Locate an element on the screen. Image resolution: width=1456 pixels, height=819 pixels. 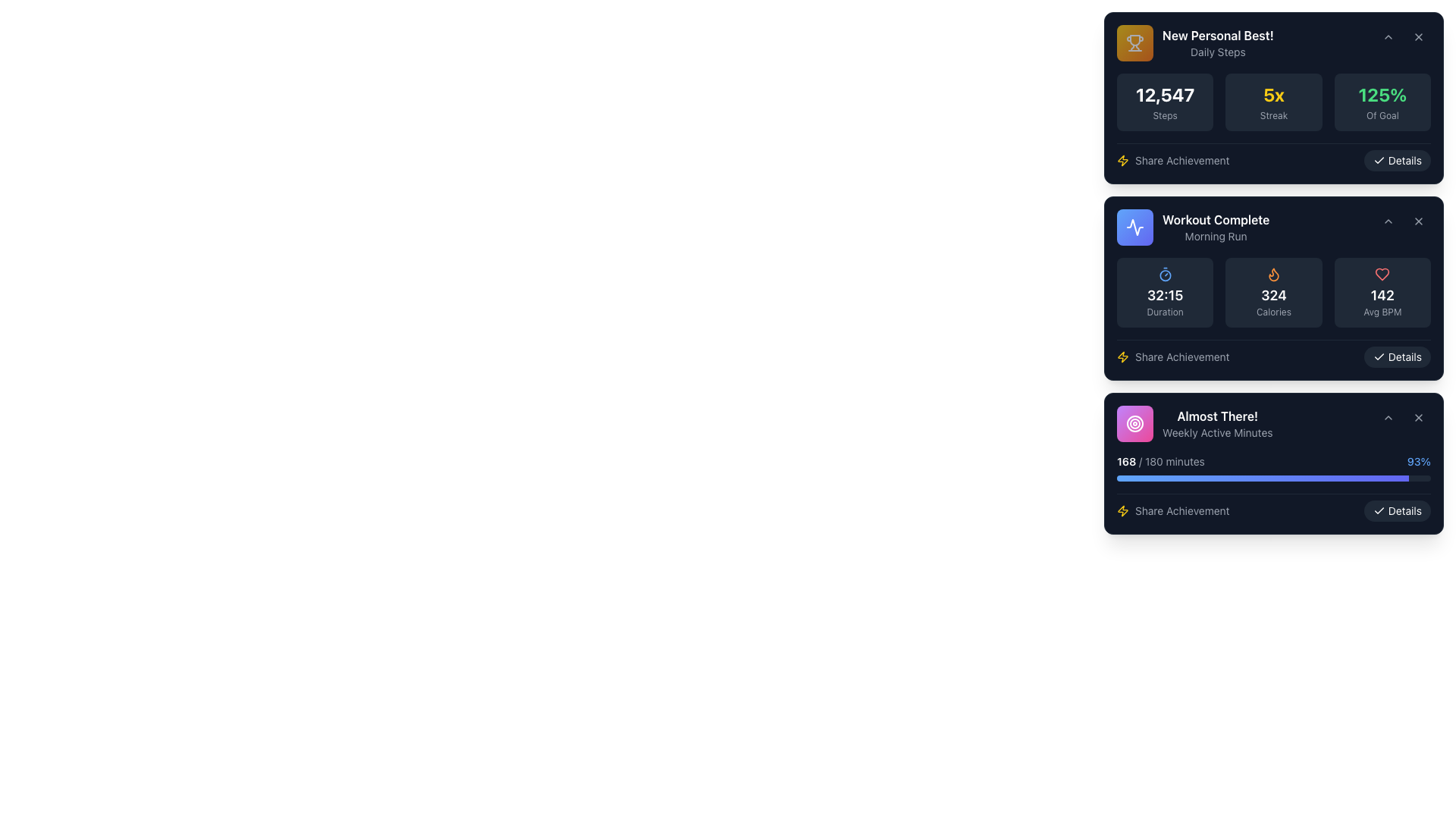
the icon to the left of the 'Share Achievement' text, which represents the 'Share Achievement' action is located at coordinates (1123, 356).